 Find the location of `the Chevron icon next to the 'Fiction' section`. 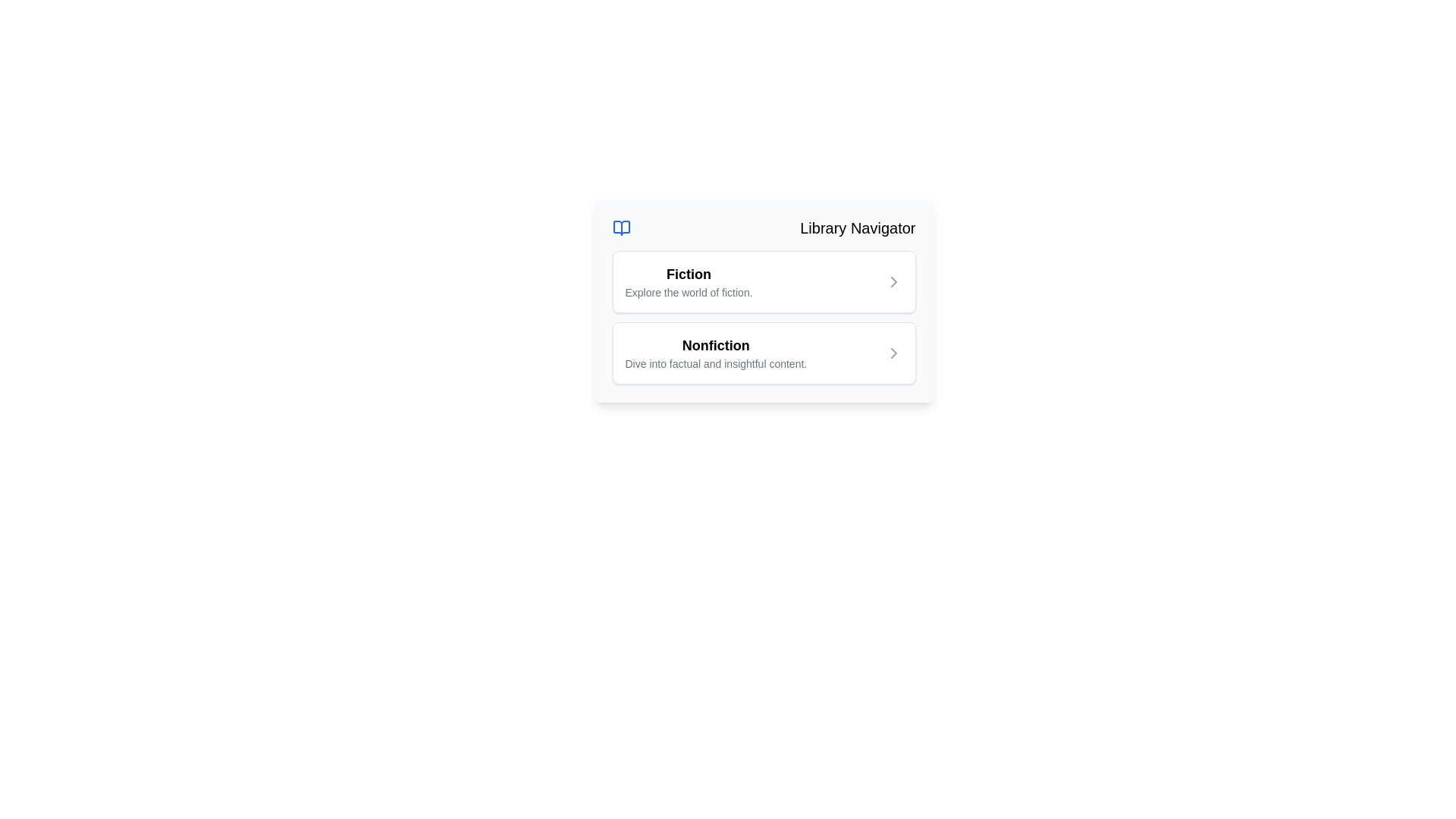

the Chevron icon next to the 'Fiction' section is located at coordinates (893, 281).